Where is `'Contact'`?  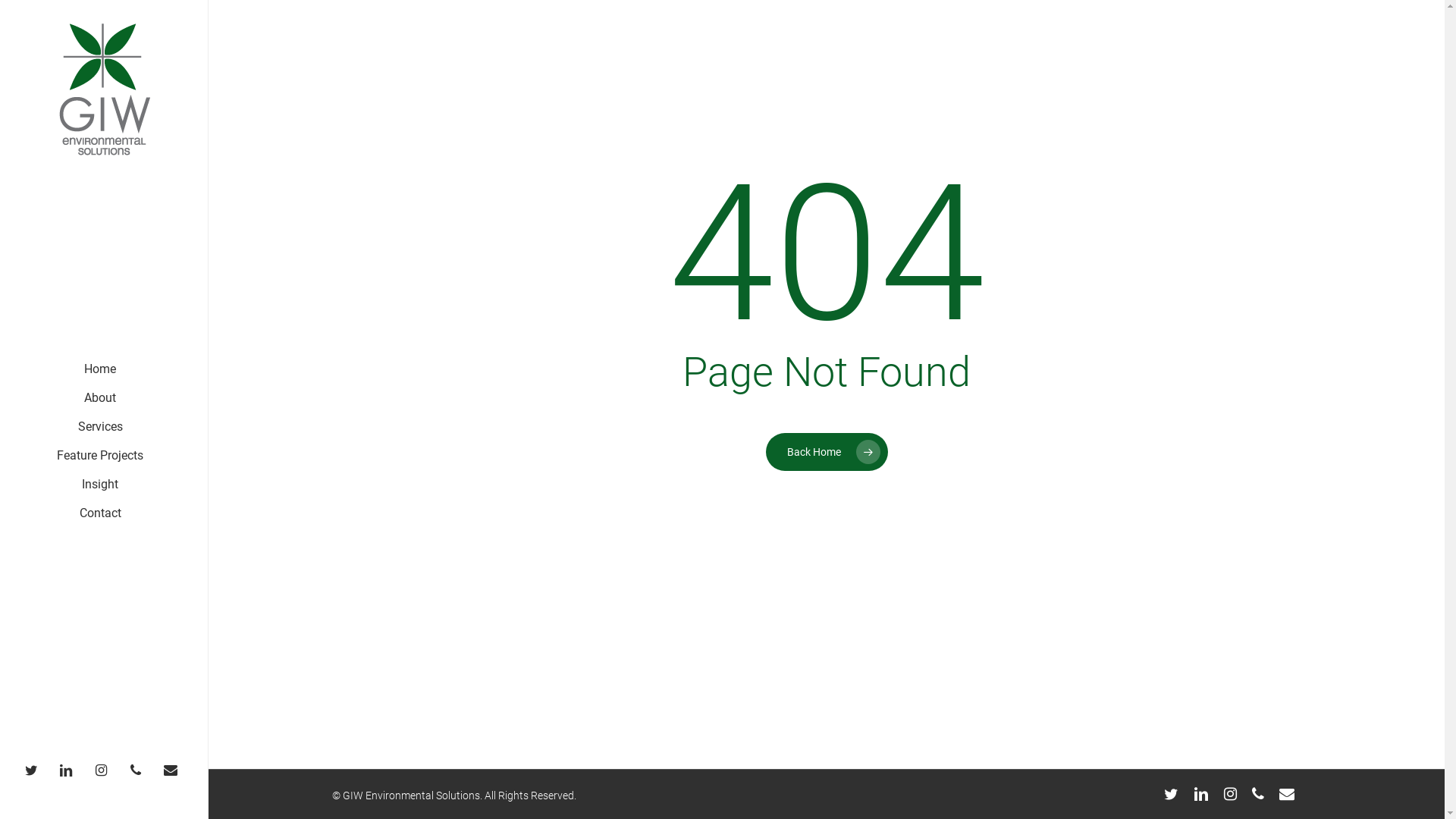 'Contact' is located at coordinates (78, 513).